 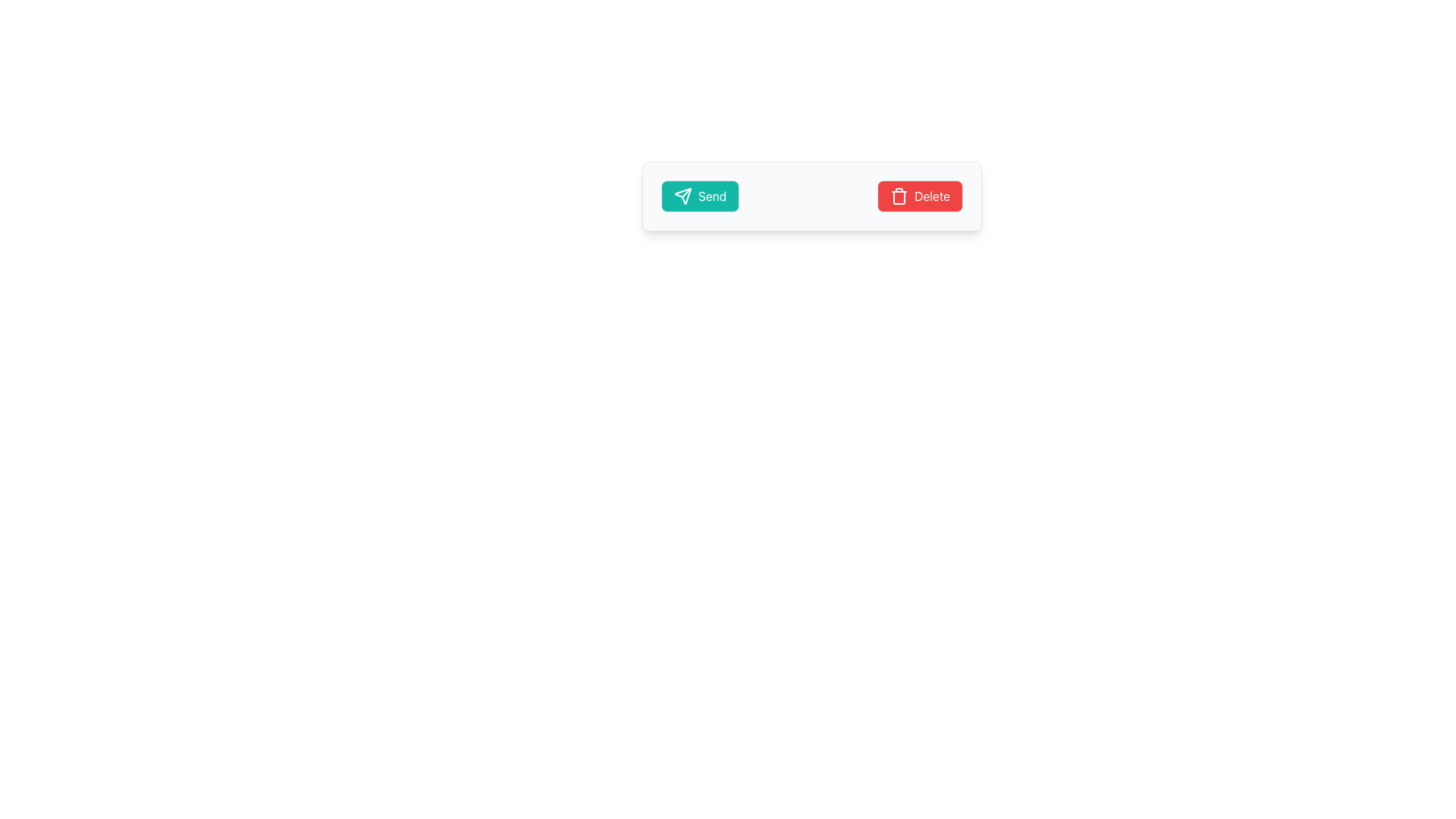 What do you see at coordinates (682, 195) in the screenshot?
I see `the send action icon located within the 'Send' button, which is positioned to the left of the text 'Send'` at bounding box center [682, 195].